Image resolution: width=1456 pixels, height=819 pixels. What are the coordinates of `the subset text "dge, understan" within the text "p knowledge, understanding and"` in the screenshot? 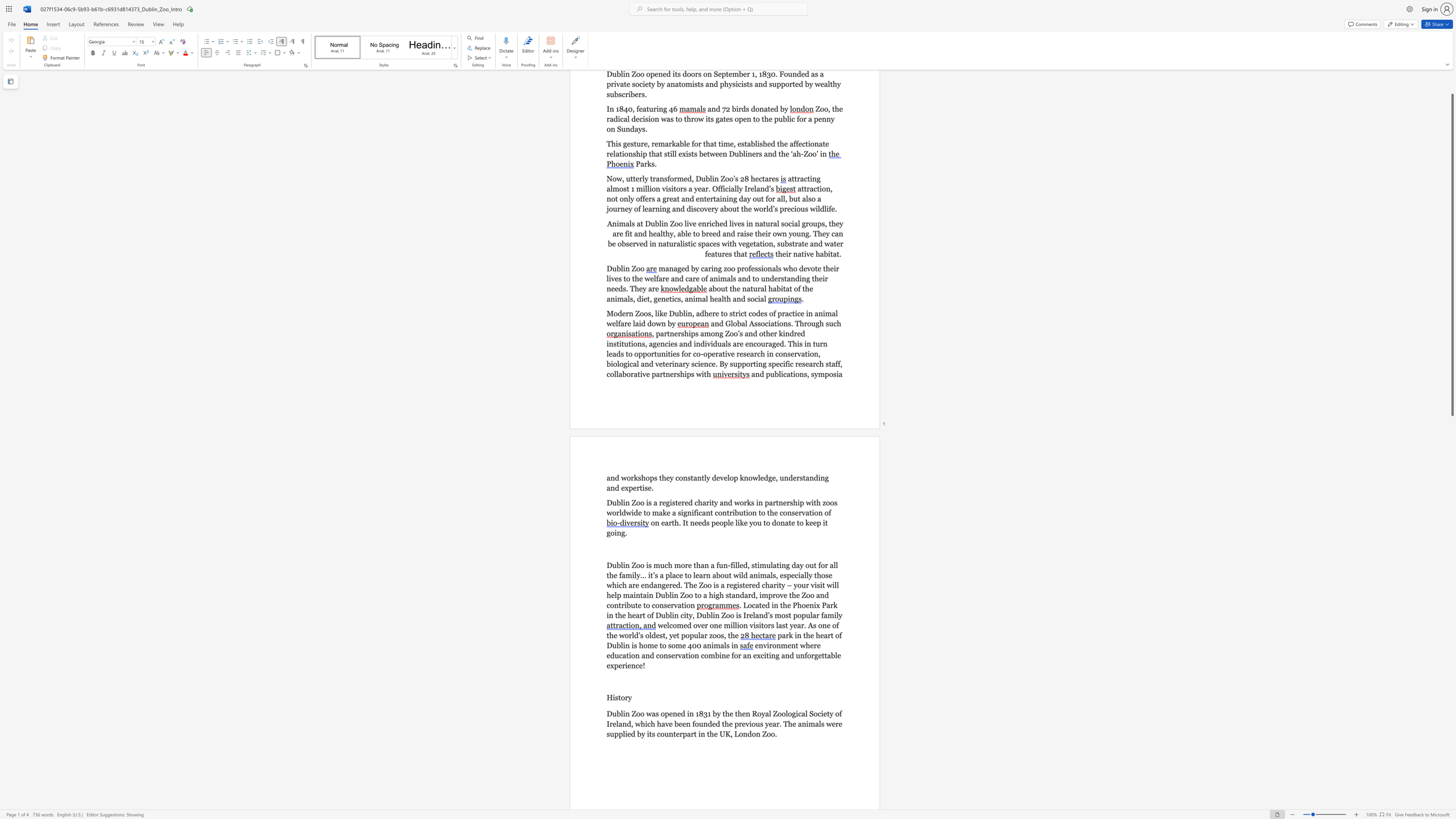 It's located at (763, 478).